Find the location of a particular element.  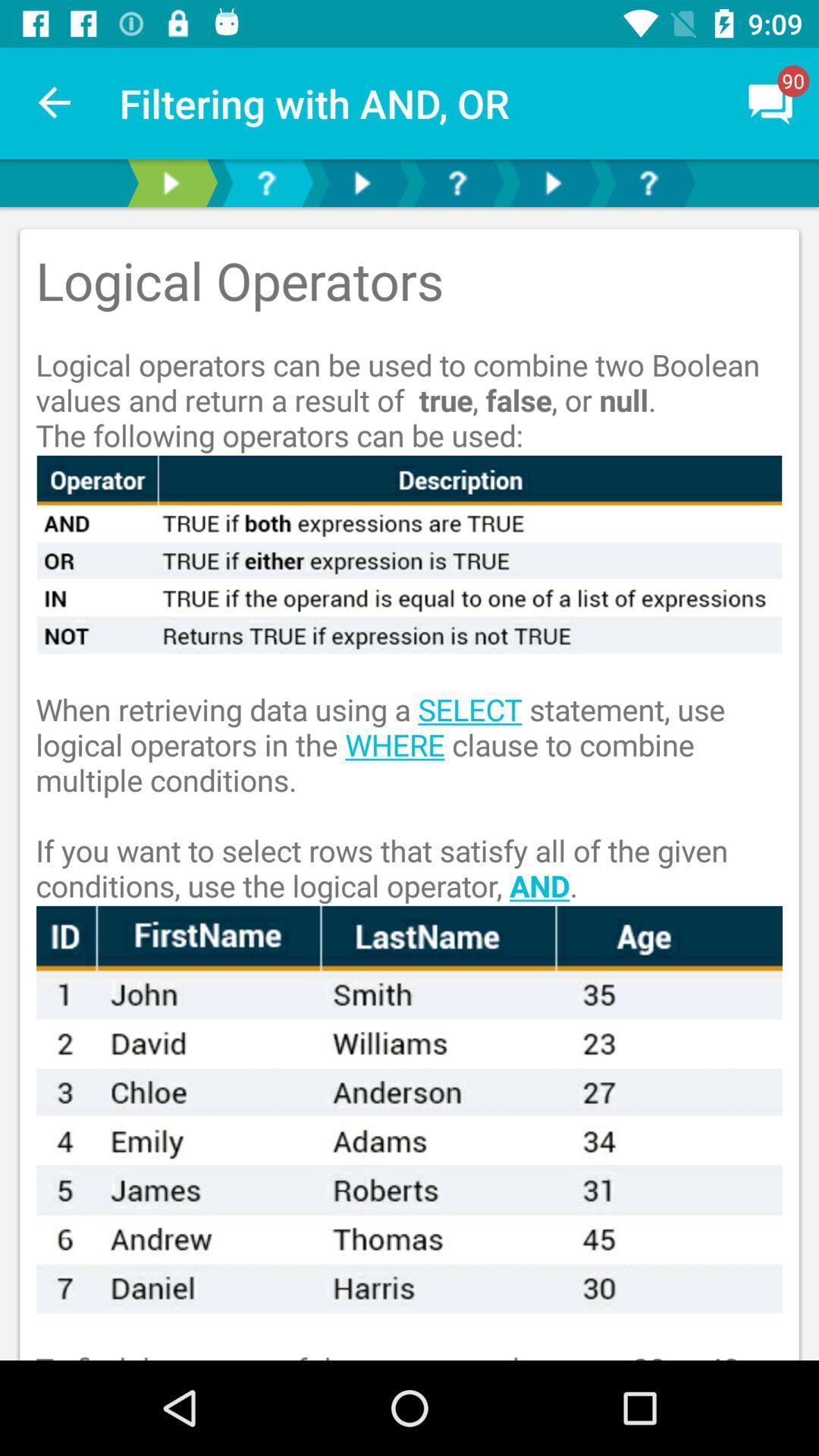

item above the logical operators  item is located at coordinates (55, 102).